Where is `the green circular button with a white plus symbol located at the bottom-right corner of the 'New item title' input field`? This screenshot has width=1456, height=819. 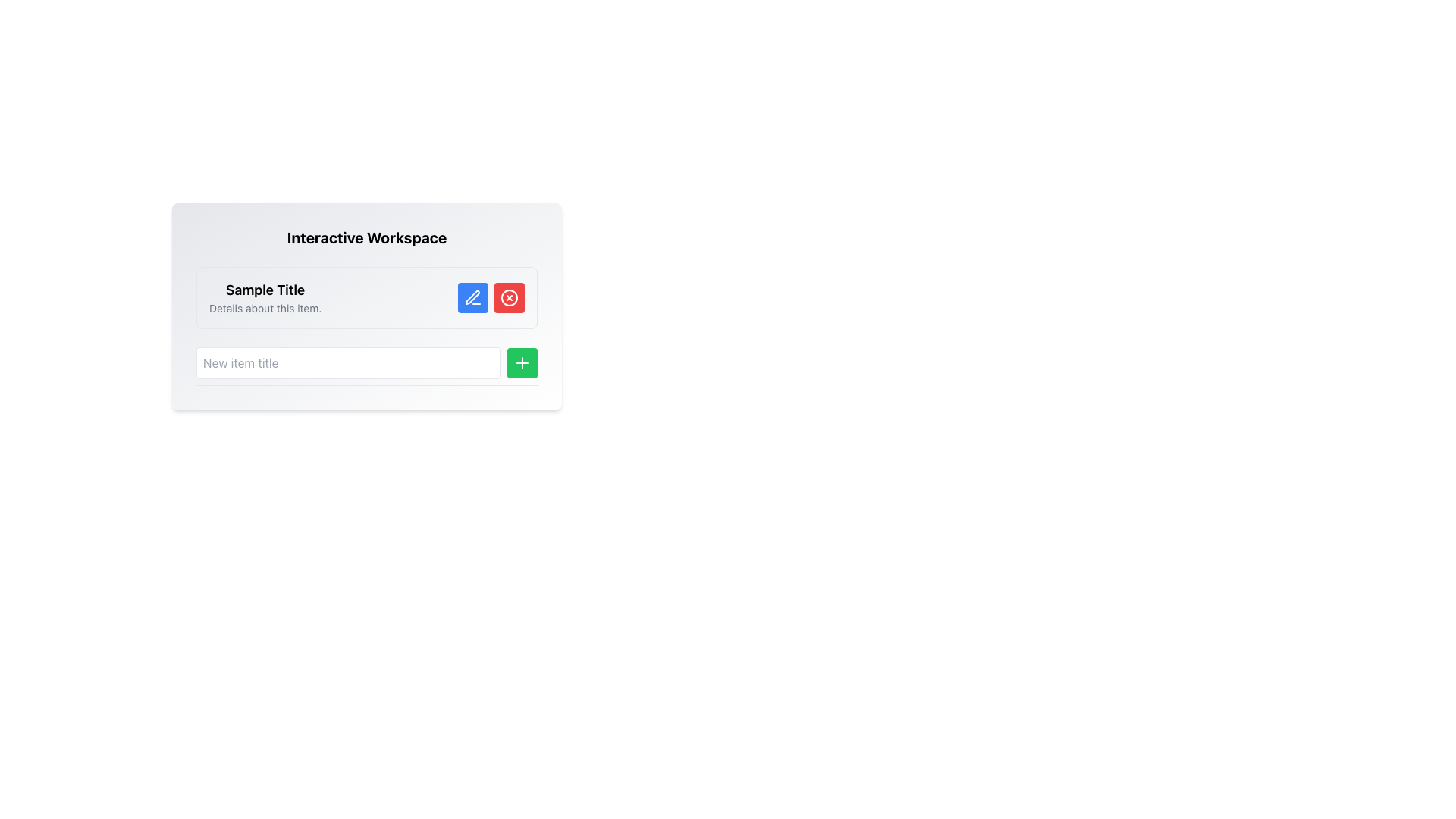 the green circular button with a white plus symbol located at the bottom-right corner of the 'New item title' input field is located at coordinates (522, 362).